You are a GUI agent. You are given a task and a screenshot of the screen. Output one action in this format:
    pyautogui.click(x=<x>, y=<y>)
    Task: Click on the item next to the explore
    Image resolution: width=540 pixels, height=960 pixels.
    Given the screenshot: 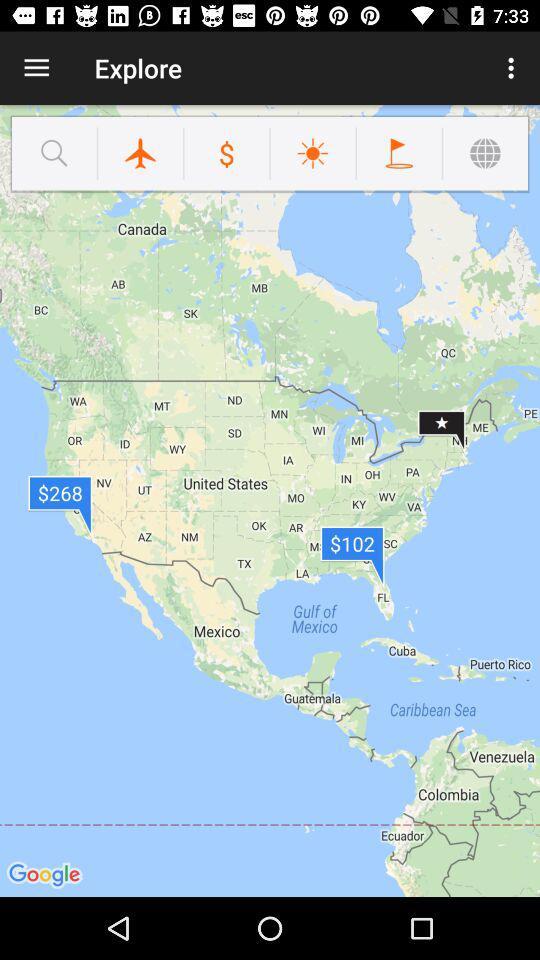 What is the action you would take?
    pyautogui.click(x=36, y=68)
    